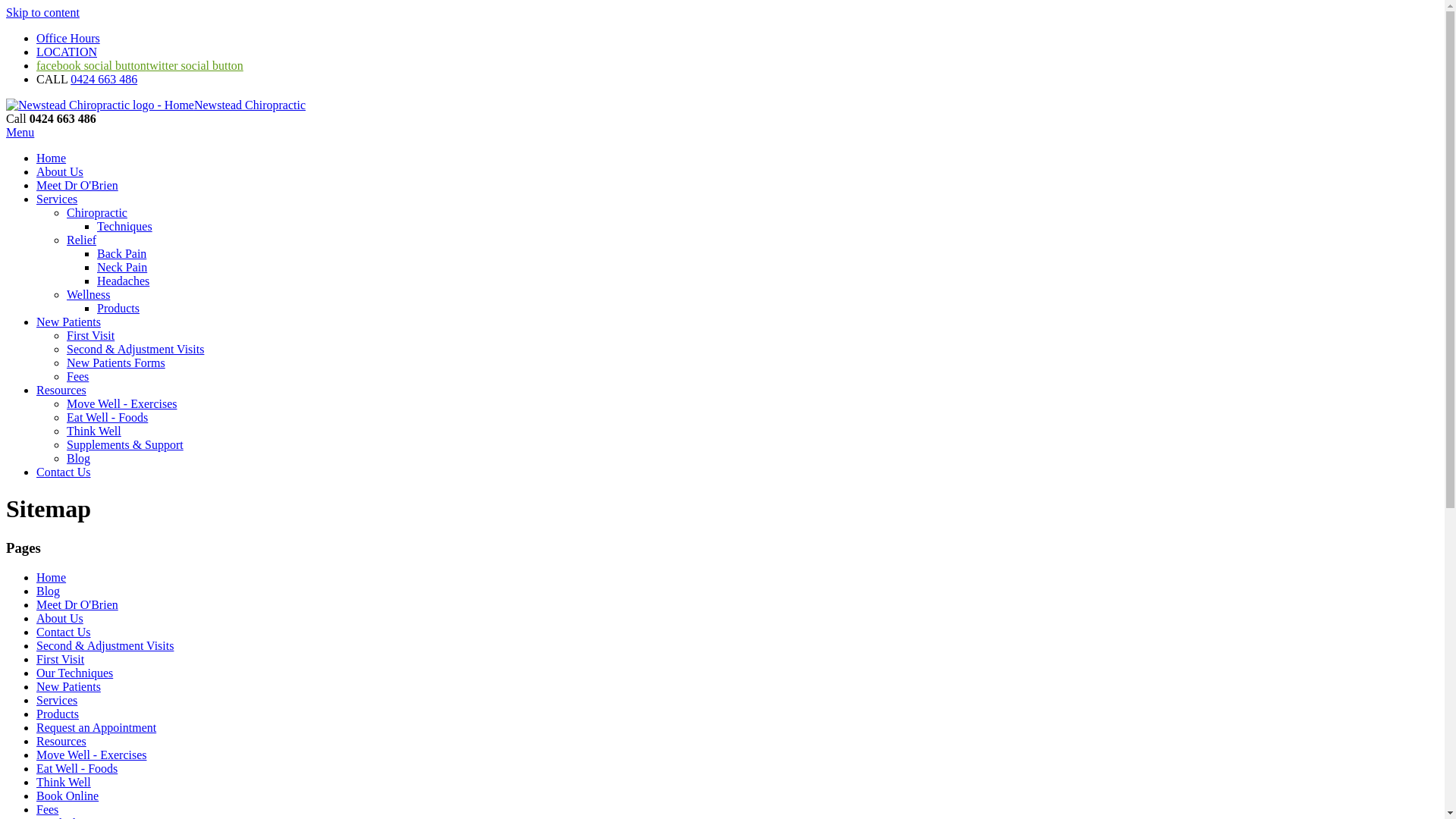 The image size is (1456, 819). What do you see at coordinates (60, 658) in the screenshot?
I see `'First Visit'` at bounding box center [60, 658].